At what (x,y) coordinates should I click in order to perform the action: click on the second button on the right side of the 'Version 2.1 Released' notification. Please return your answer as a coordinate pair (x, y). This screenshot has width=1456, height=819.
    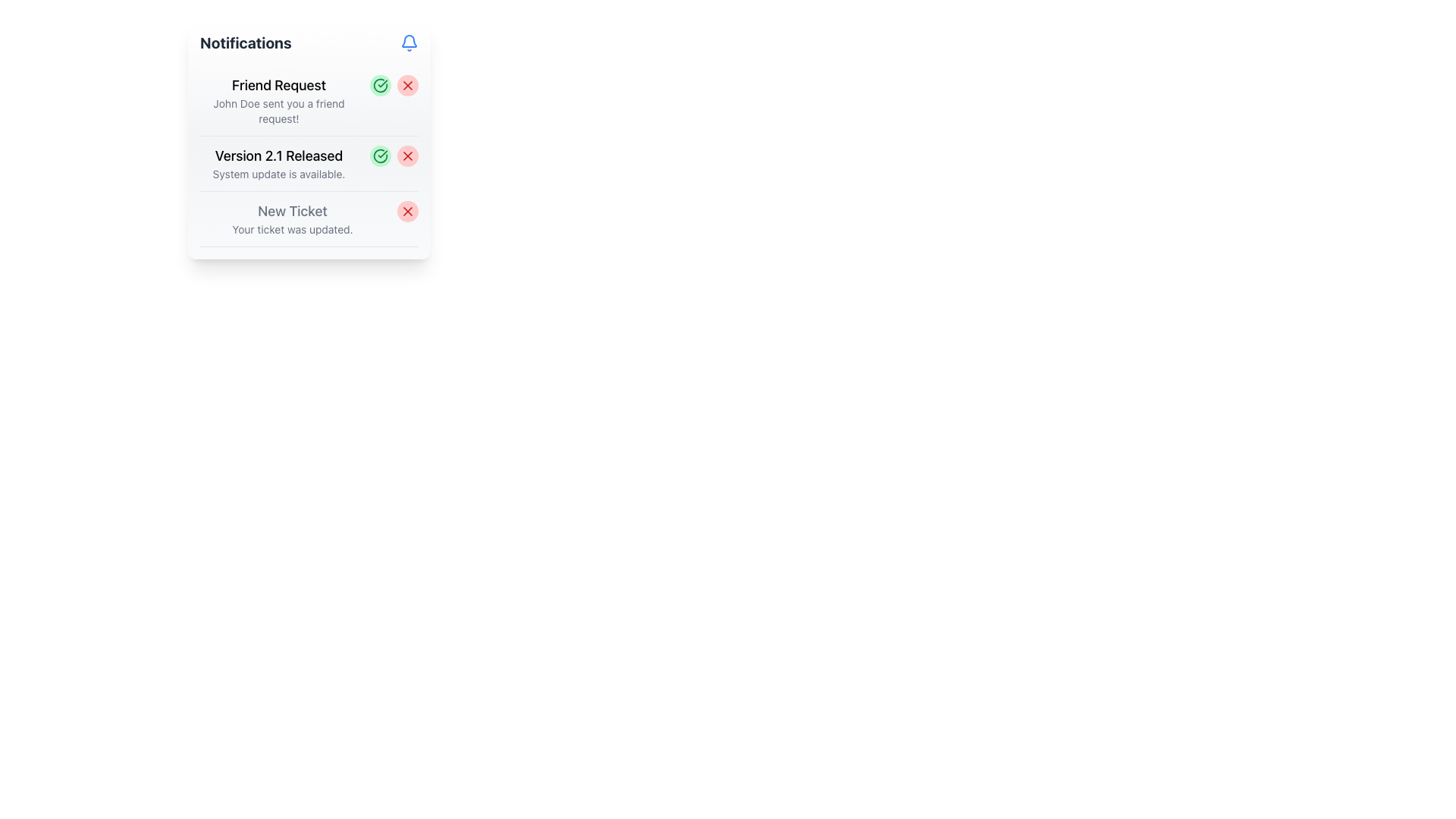
    Looking at the image, I should click on (407, 155).